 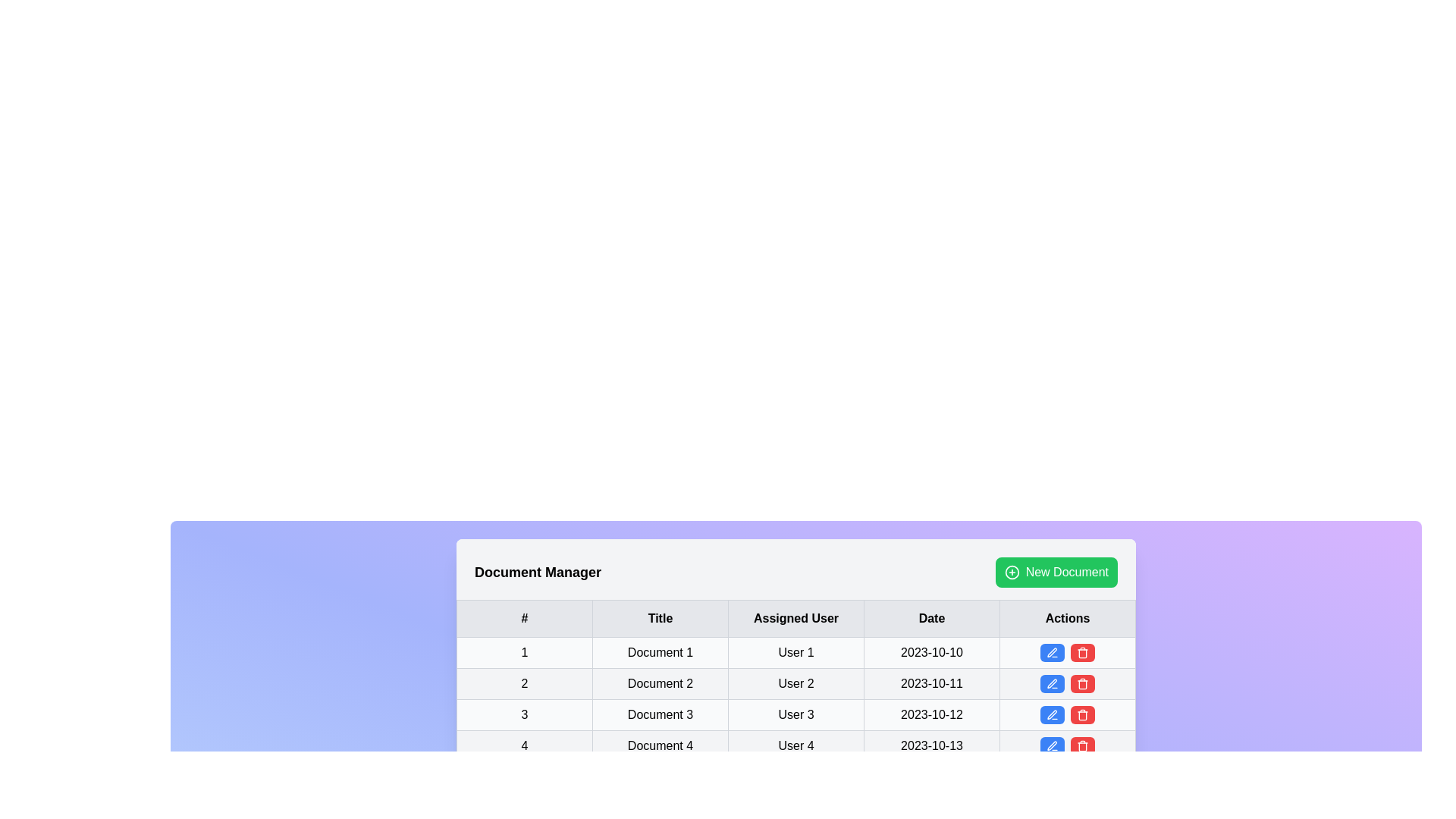 What do you see at coordinates (795, 684) in the screenshot?
I see `the 'Assigned User' text element located in the third column of the second row of the table, which displays the name of the user assigned to the task` at bounding box center [795, 684].